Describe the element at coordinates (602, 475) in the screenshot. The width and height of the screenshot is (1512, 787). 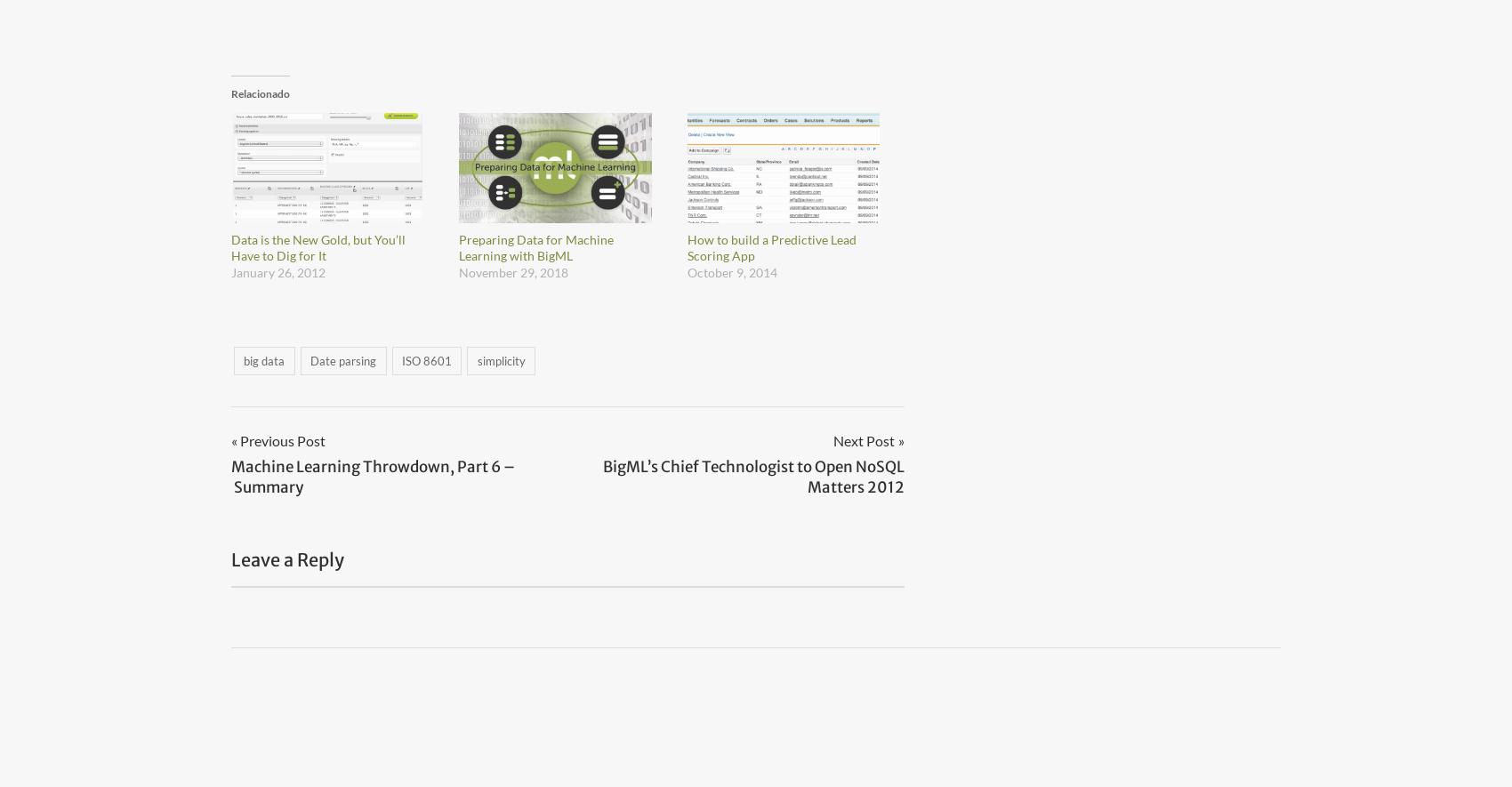
I see `'BigML’s Chief Technologist to Open NoSQL Matters 2012'` at that location.